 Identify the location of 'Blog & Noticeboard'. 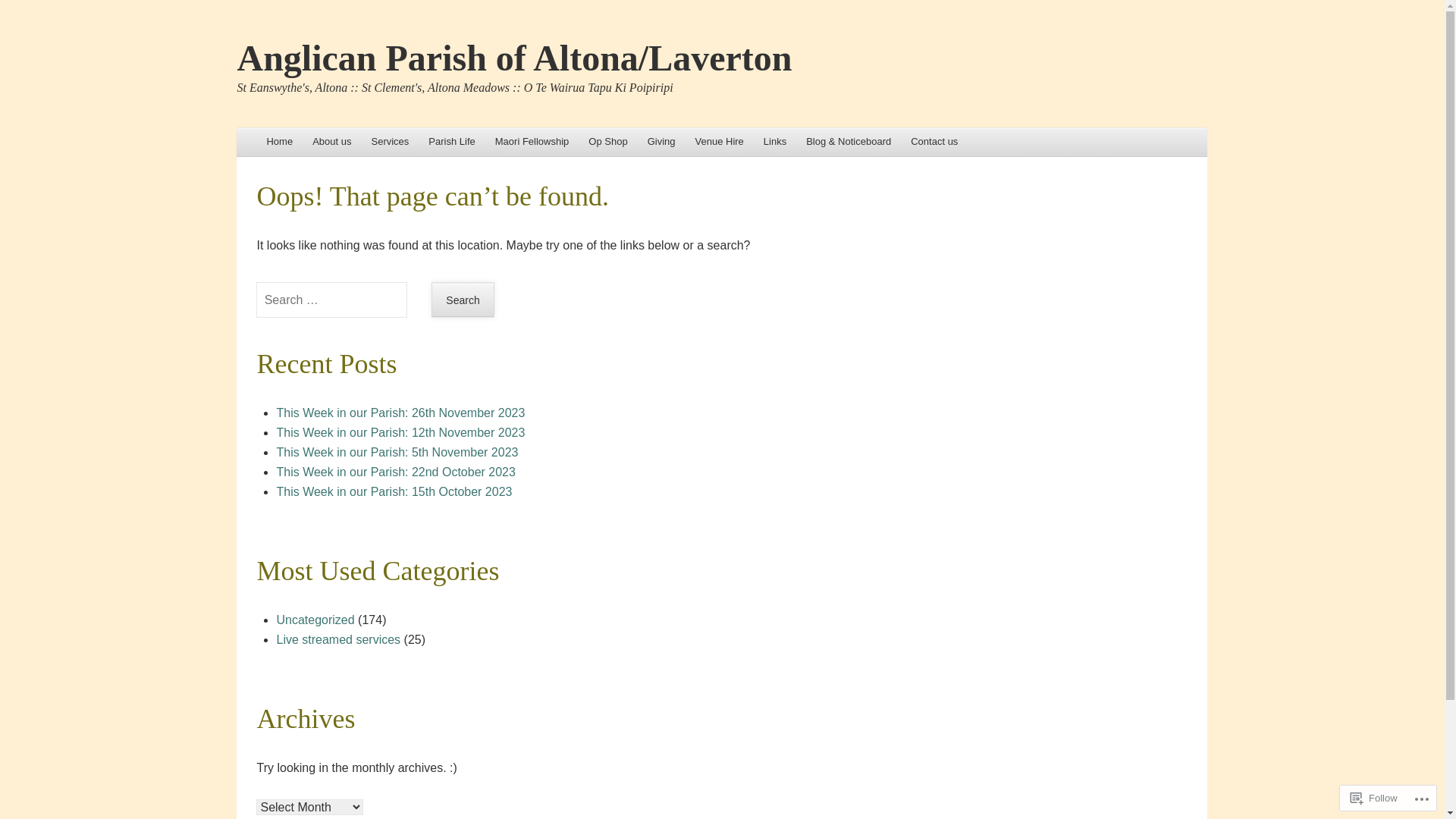
(847, 142).